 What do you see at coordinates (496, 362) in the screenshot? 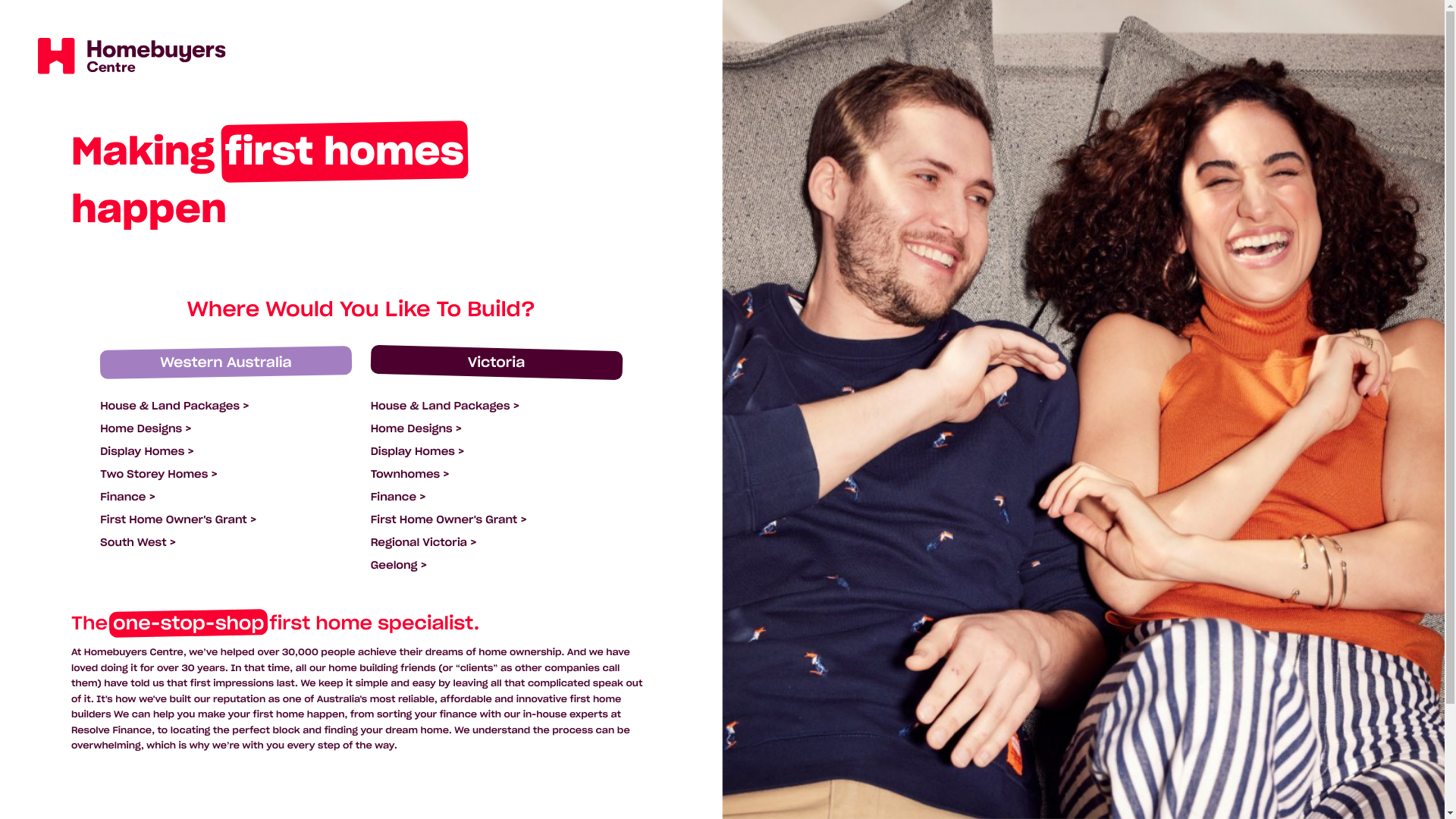
I see `'Victoria'` at bounding box center [496, 362].